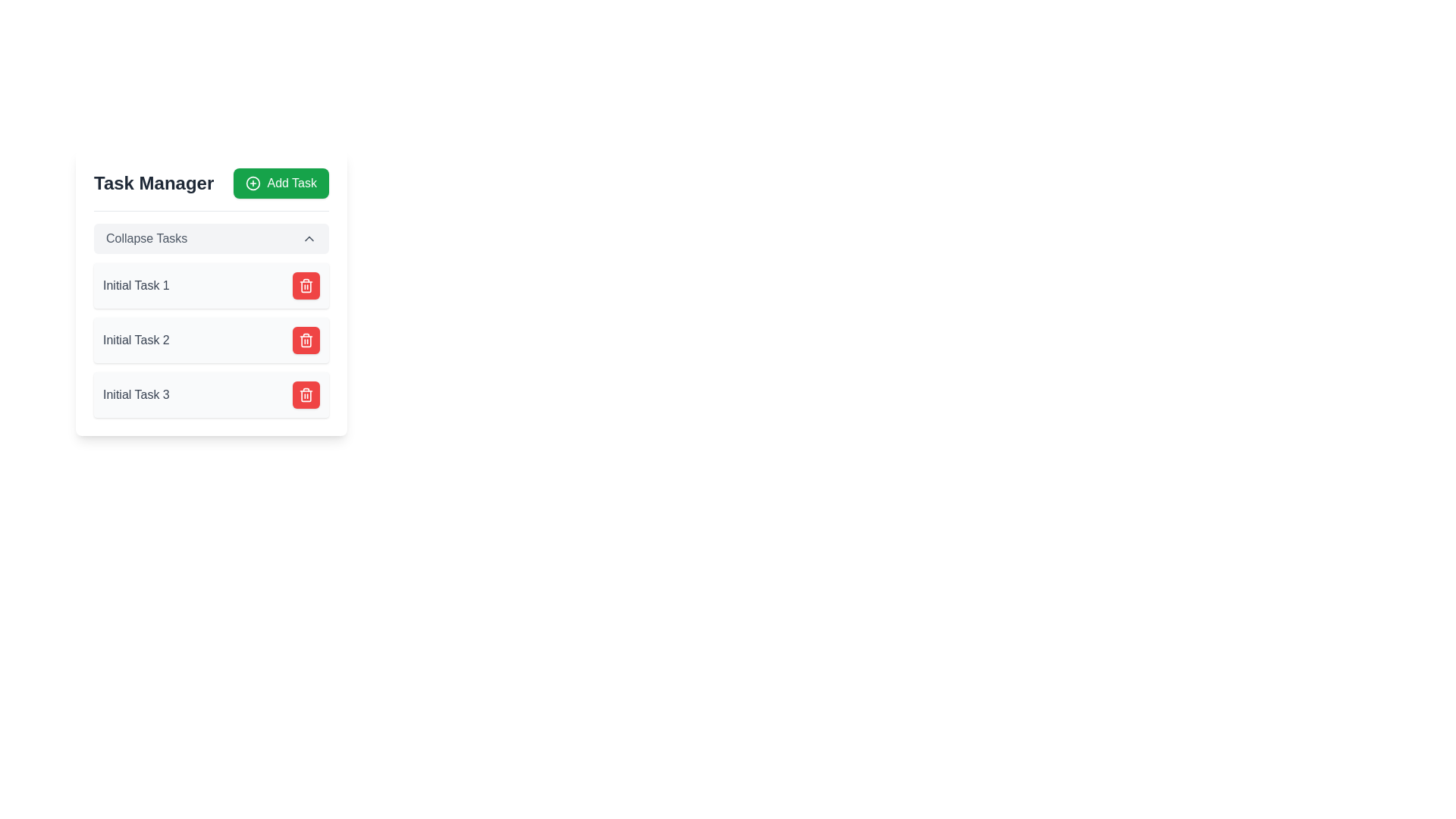 This screenshot has width=1456, height=819. Describe the element at coordinates (309, 239) in the screenshot. I see `the upward-pointing arrow icon located beside the text 'Collapse Tasks' to indicate interactivity` at that location.